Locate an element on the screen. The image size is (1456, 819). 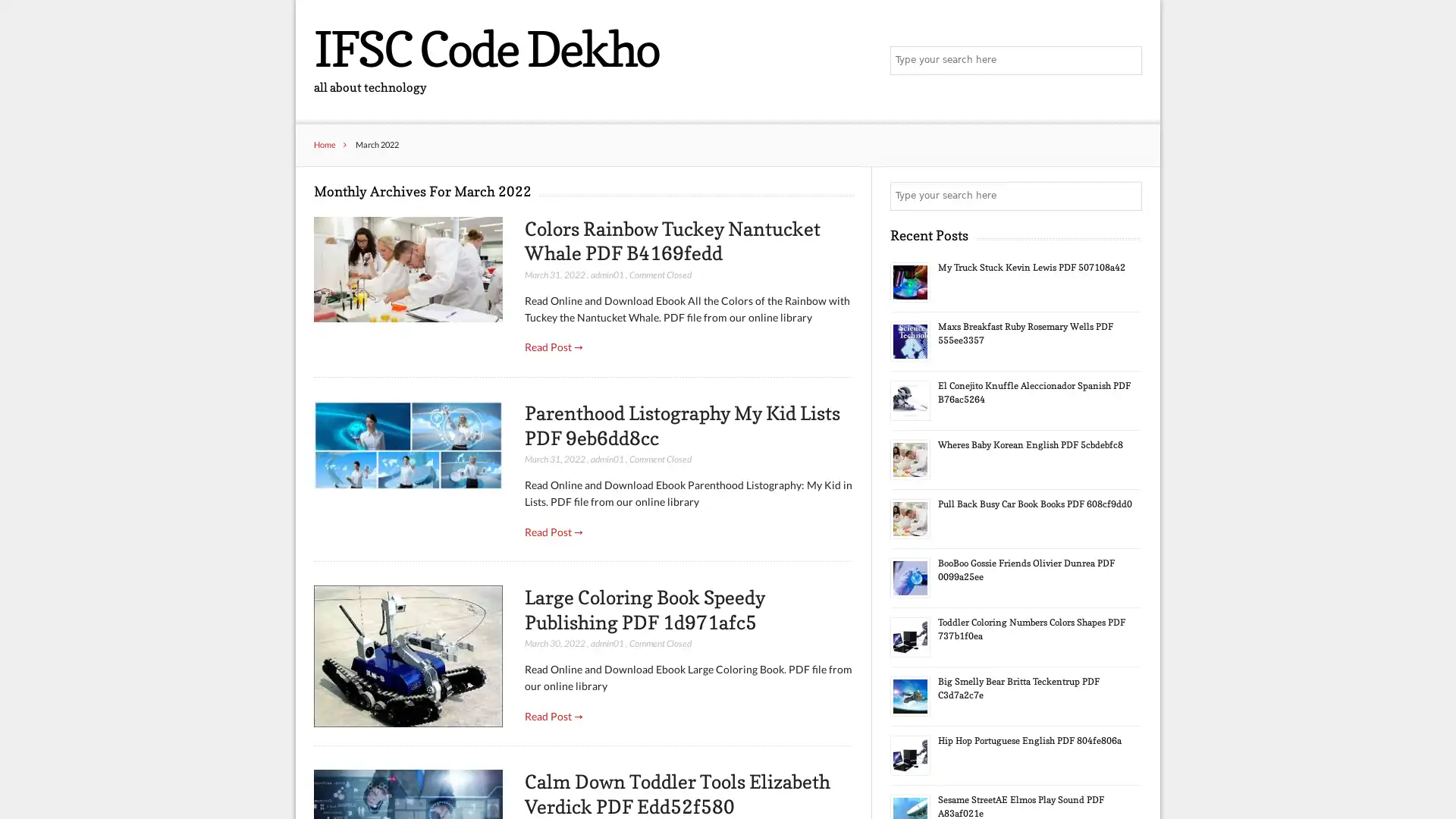
Search is located at coordinates (1126, 61).